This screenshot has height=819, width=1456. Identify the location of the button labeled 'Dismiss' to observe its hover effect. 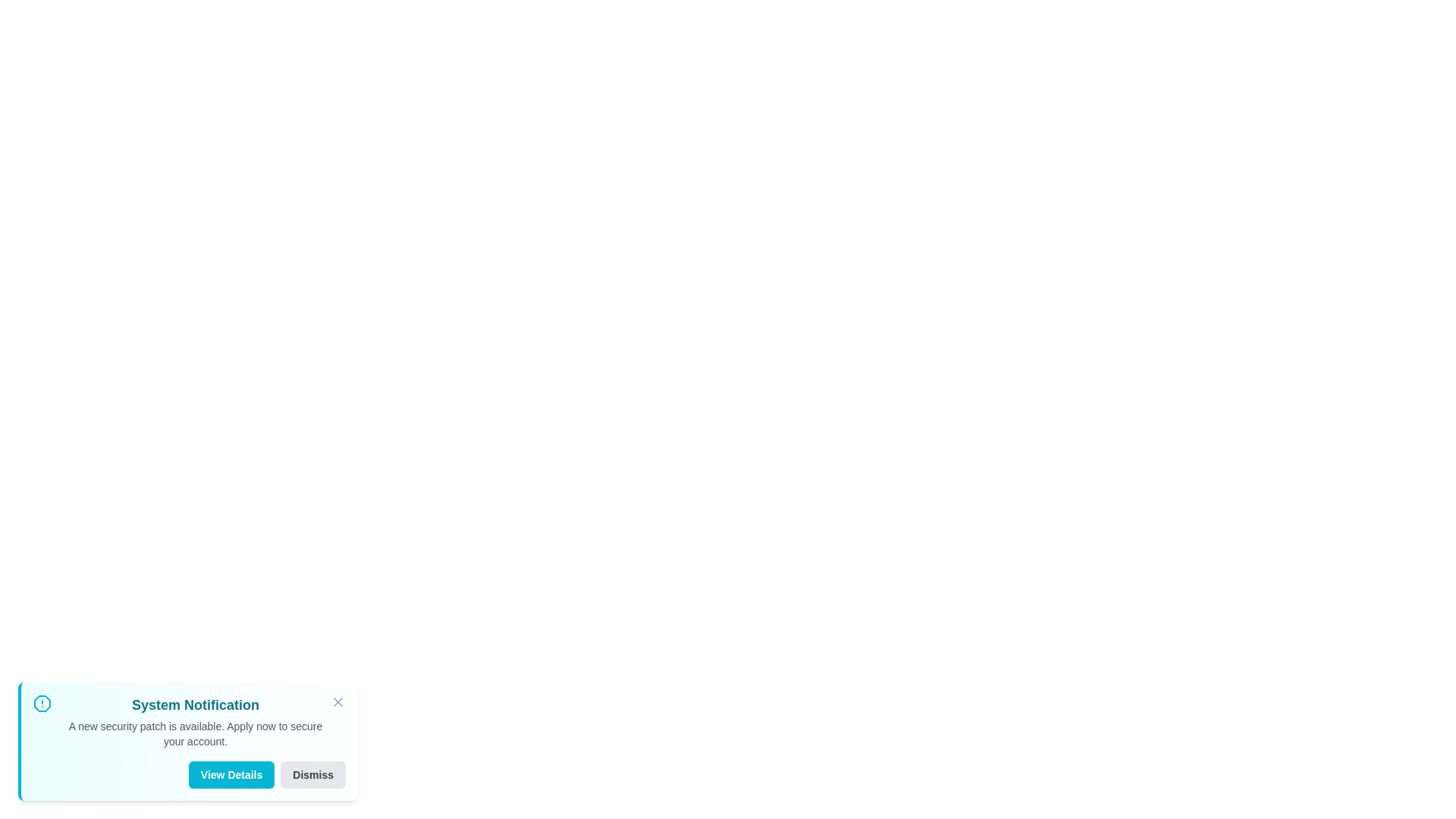
(312, 775).